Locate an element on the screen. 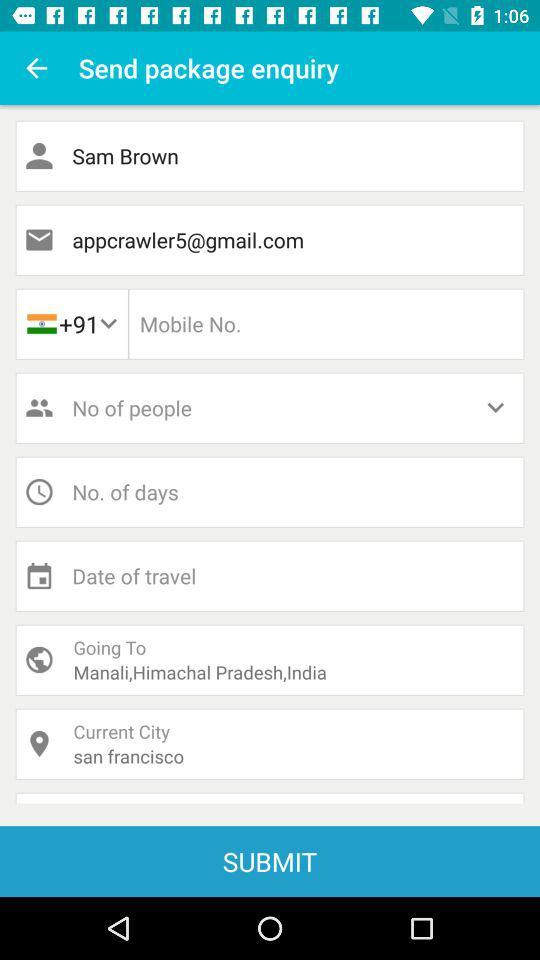 This screenshot has width=540, height=960. the appcrawler5@gmail.com item is located at coordinates (270, 240).